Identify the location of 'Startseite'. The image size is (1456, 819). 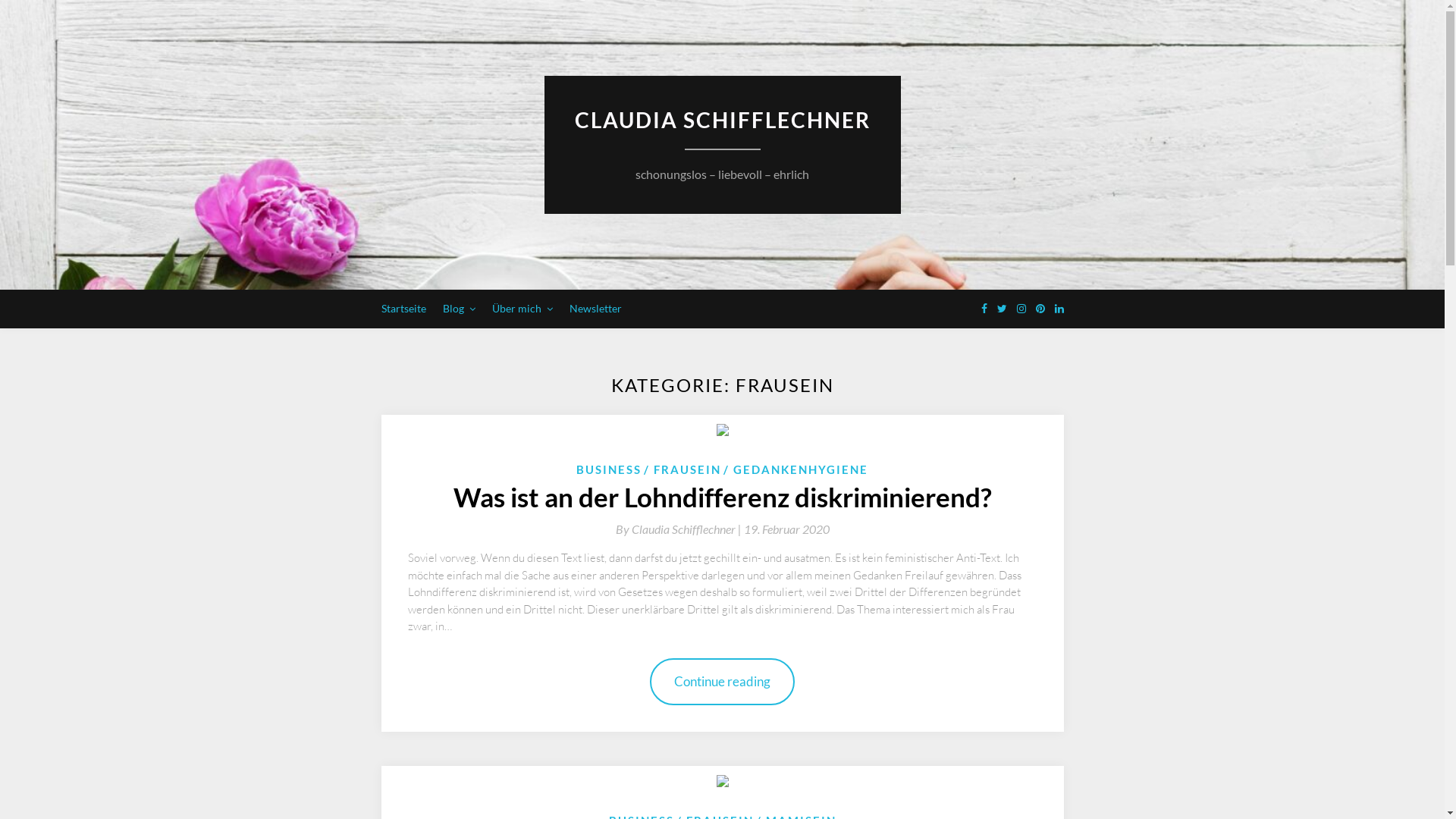
(381, 308).